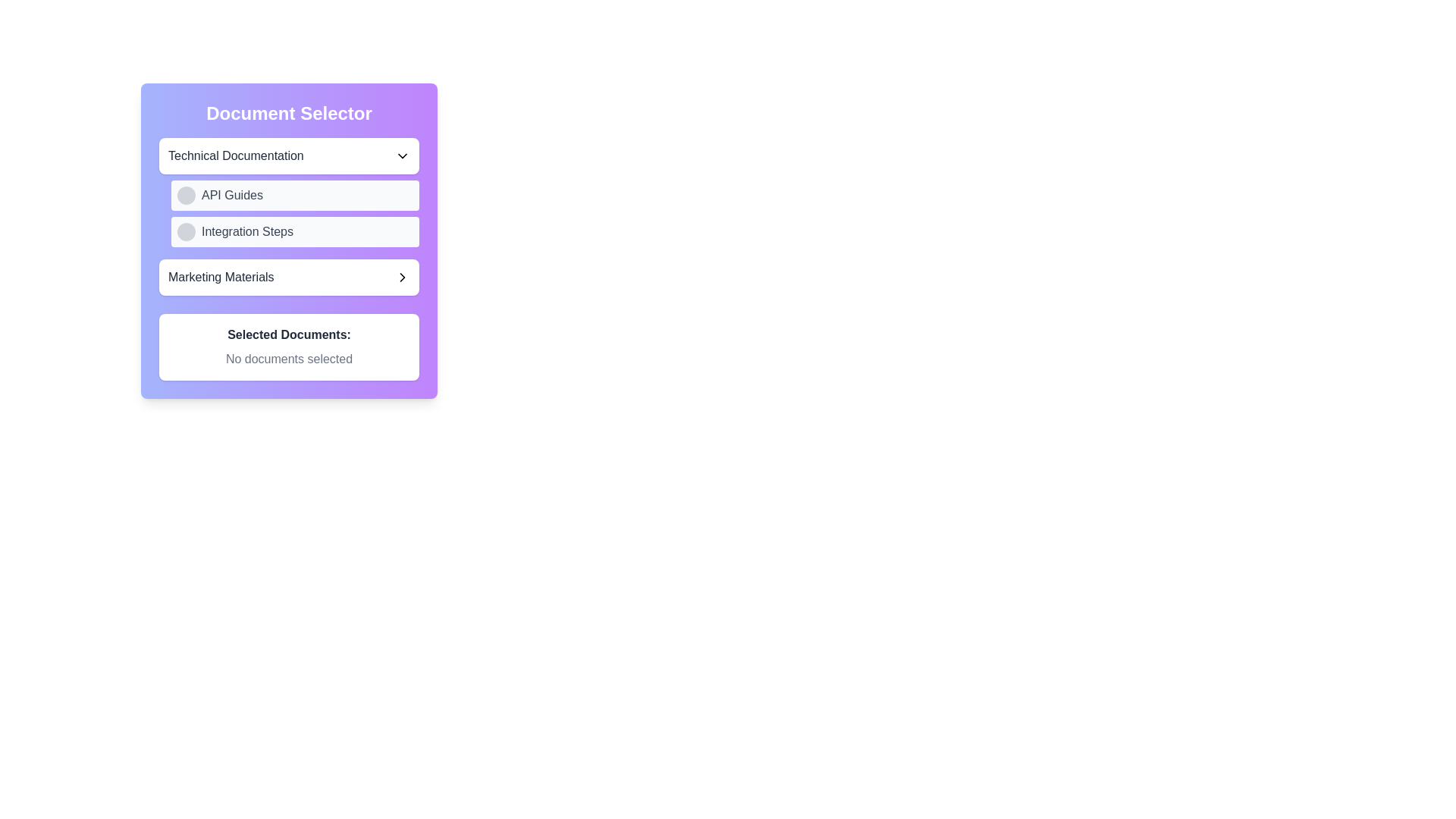  Describe the element at coordinates (295, 231) in the screenshot. I see `the 'Integration Steps' list item, which is the second option under the 'Technical Documentation' dropdown` at that location.